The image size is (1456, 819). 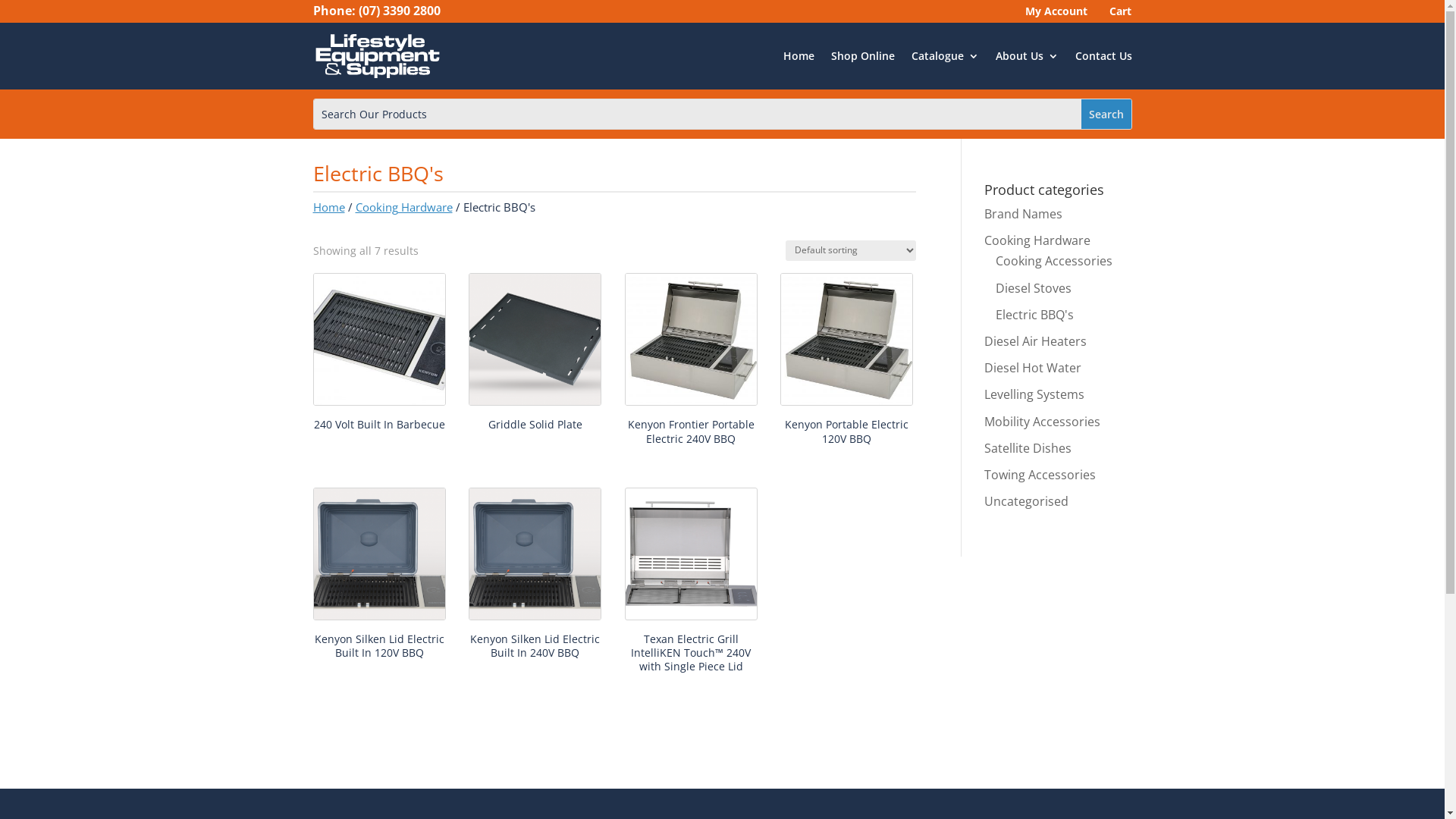 What do you see at coordinates (690, 362) in the screenshot?
I see `'Kenyon Frontier Portable Electric 240V BBQ'` at bounding box center [690, 362].